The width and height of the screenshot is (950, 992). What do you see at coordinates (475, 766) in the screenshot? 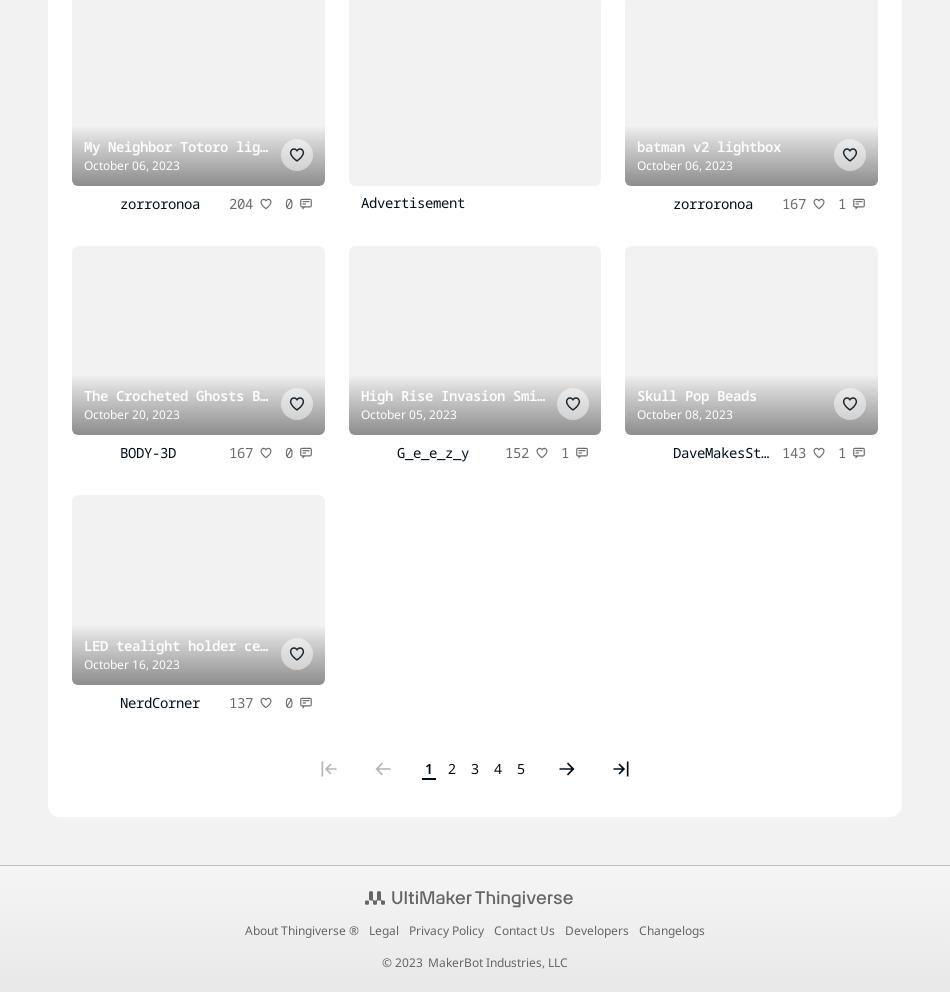
I see `'3'` at bounding box center [475, 766].